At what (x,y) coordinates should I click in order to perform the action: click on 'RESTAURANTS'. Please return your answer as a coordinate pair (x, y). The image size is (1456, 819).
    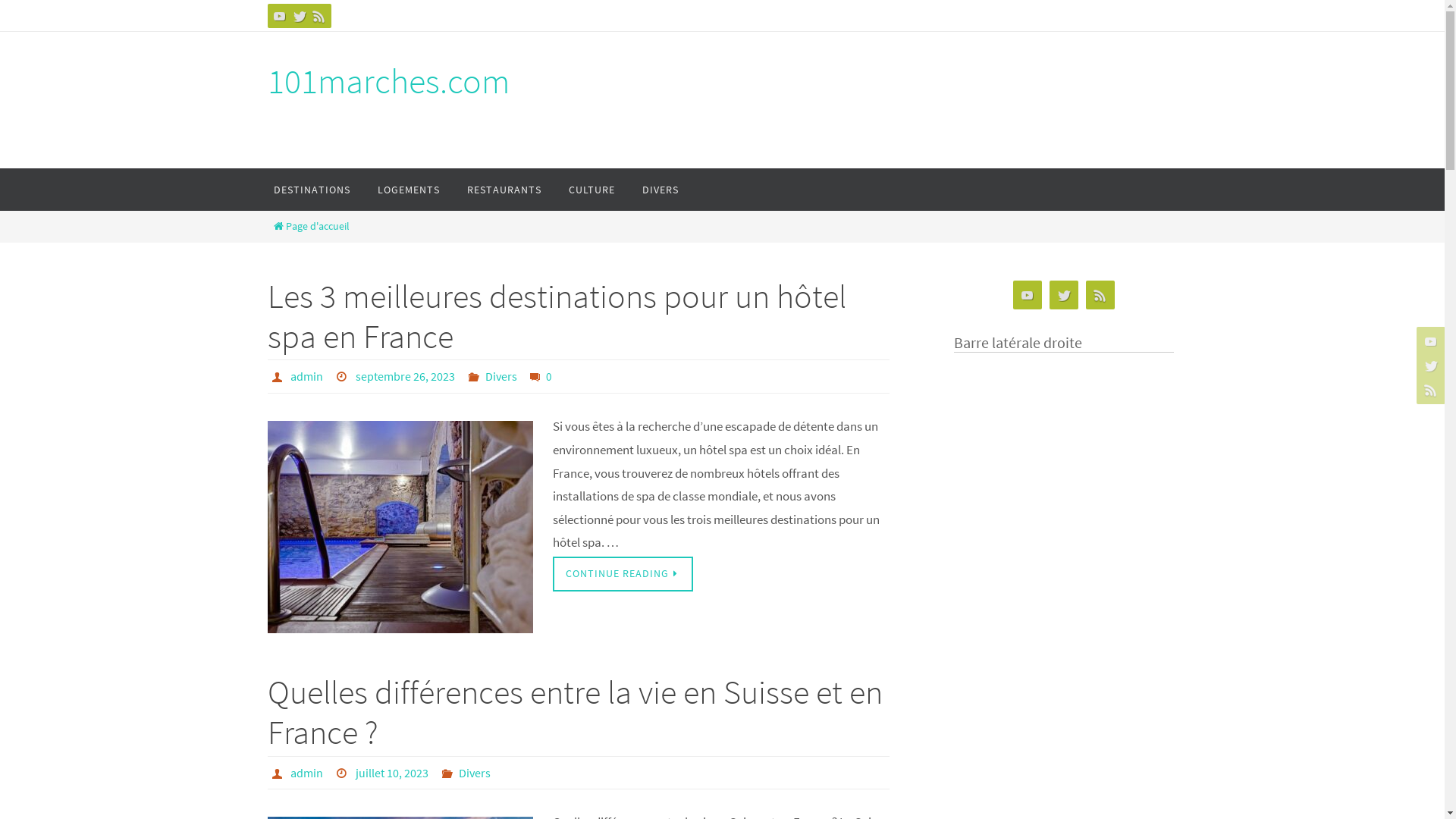
    Looking at the image, I should click on (504, 189).